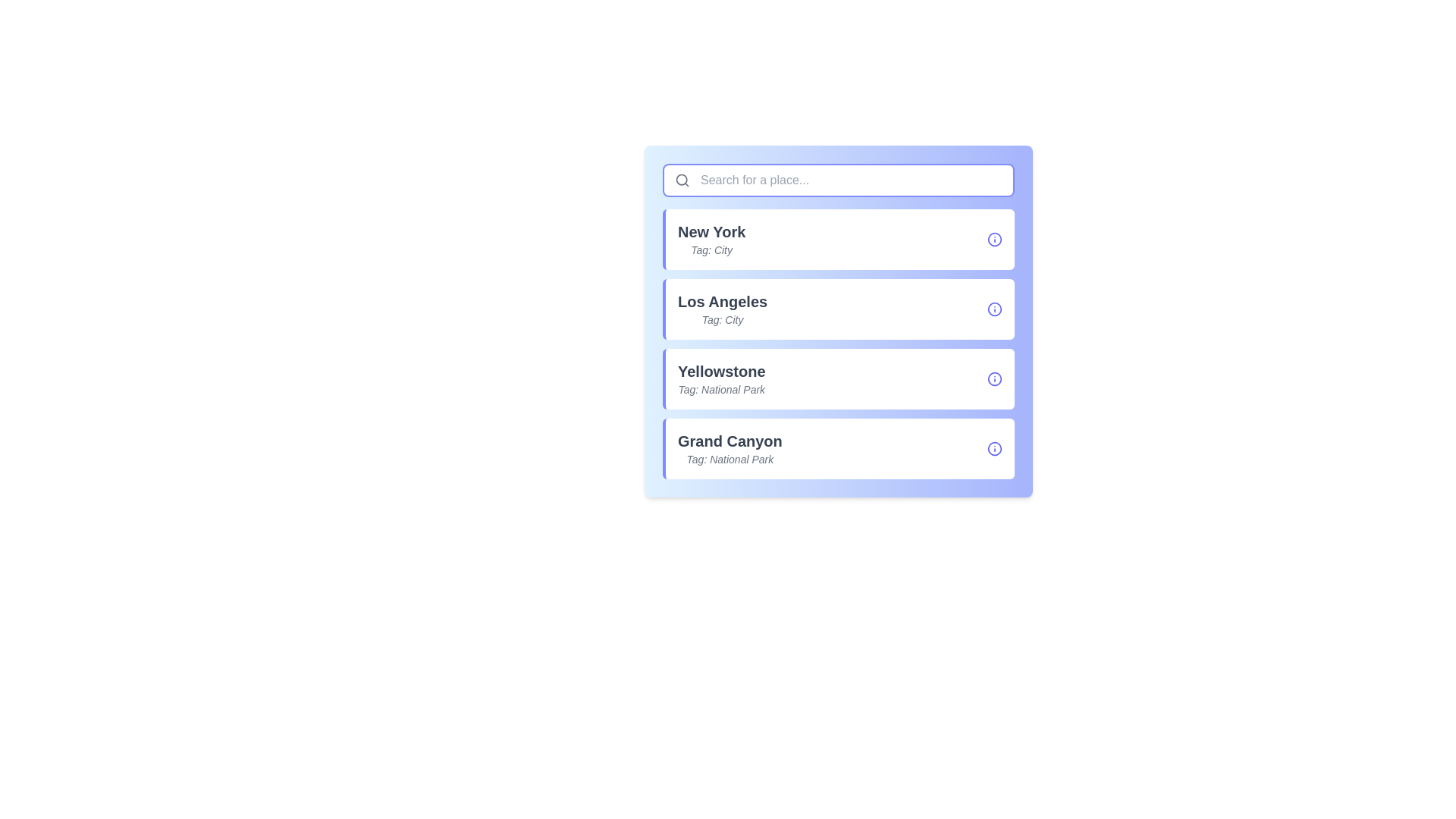 The width and height of the screenshot is (1456, 819). I want to click on the small circular purple icon containing an 'i' symbol located to the far right of the list item labeled 'New York' and 'Tag: City', so click(994, 239).